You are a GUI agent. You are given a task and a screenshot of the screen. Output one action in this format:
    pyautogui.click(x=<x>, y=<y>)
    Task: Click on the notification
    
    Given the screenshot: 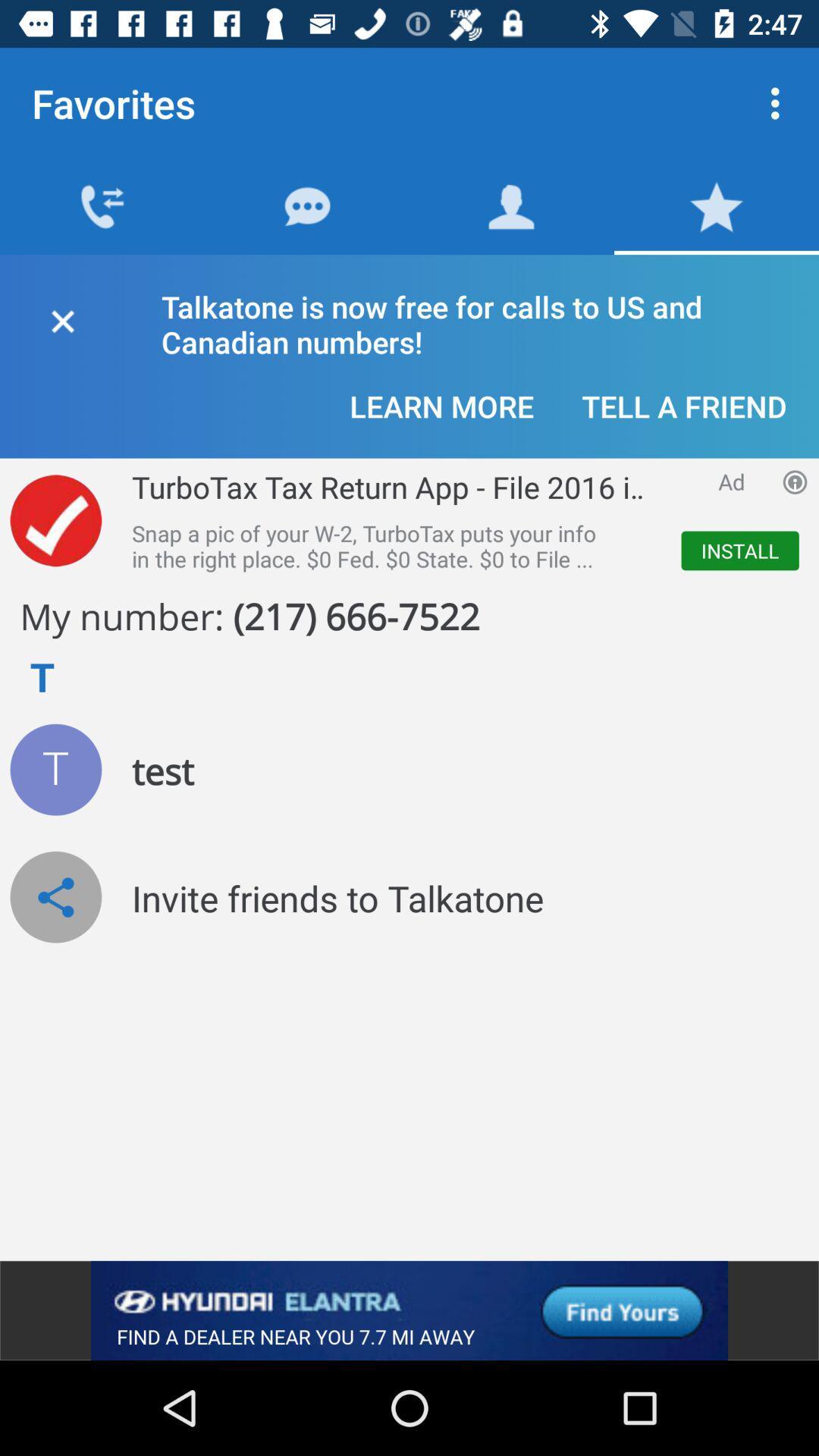 What is the action you would take?
    pyautogui.click(x=61, y=318)
    